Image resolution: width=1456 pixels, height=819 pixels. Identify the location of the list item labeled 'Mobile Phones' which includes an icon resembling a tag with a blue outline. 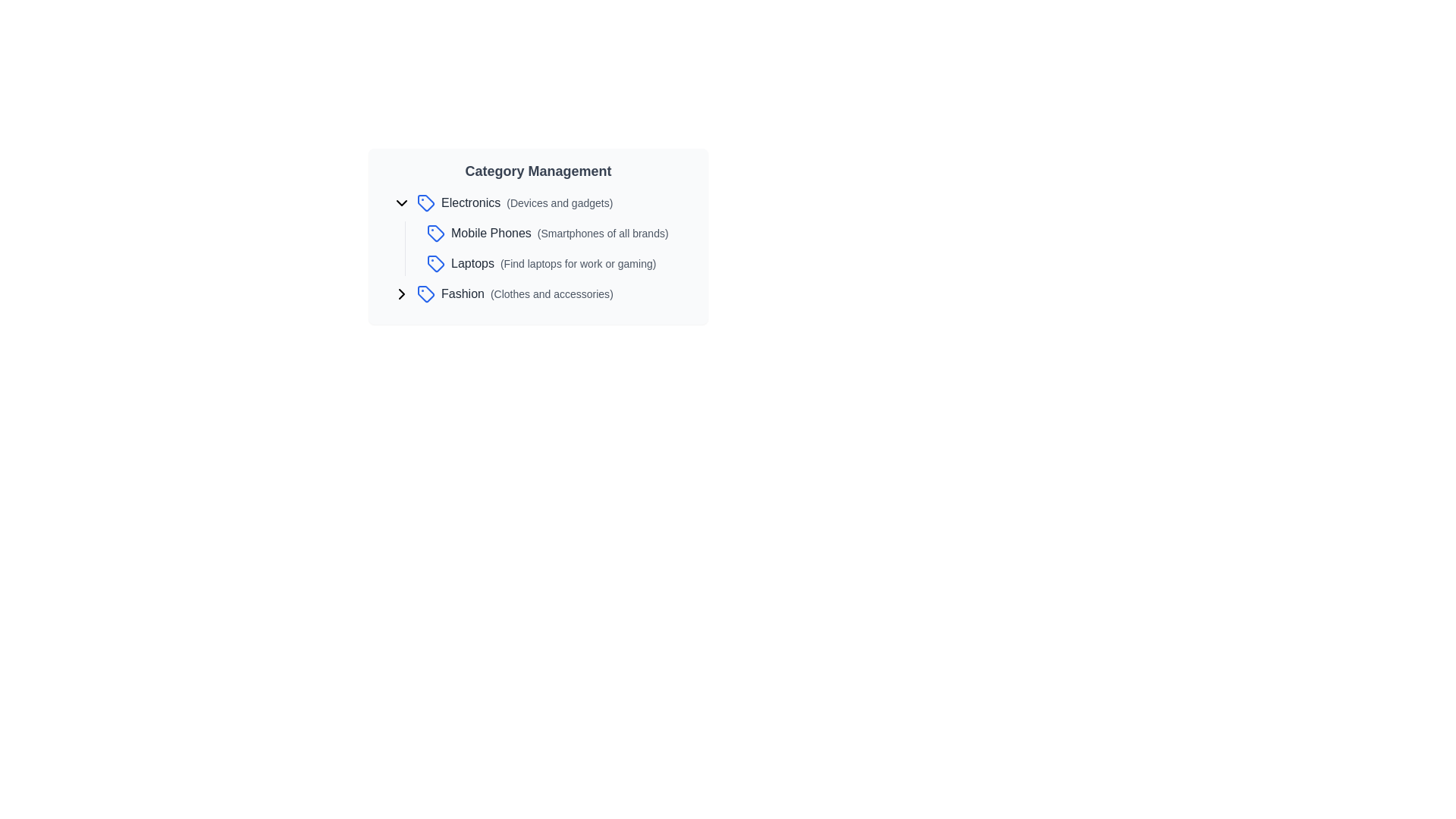
(560, 234).